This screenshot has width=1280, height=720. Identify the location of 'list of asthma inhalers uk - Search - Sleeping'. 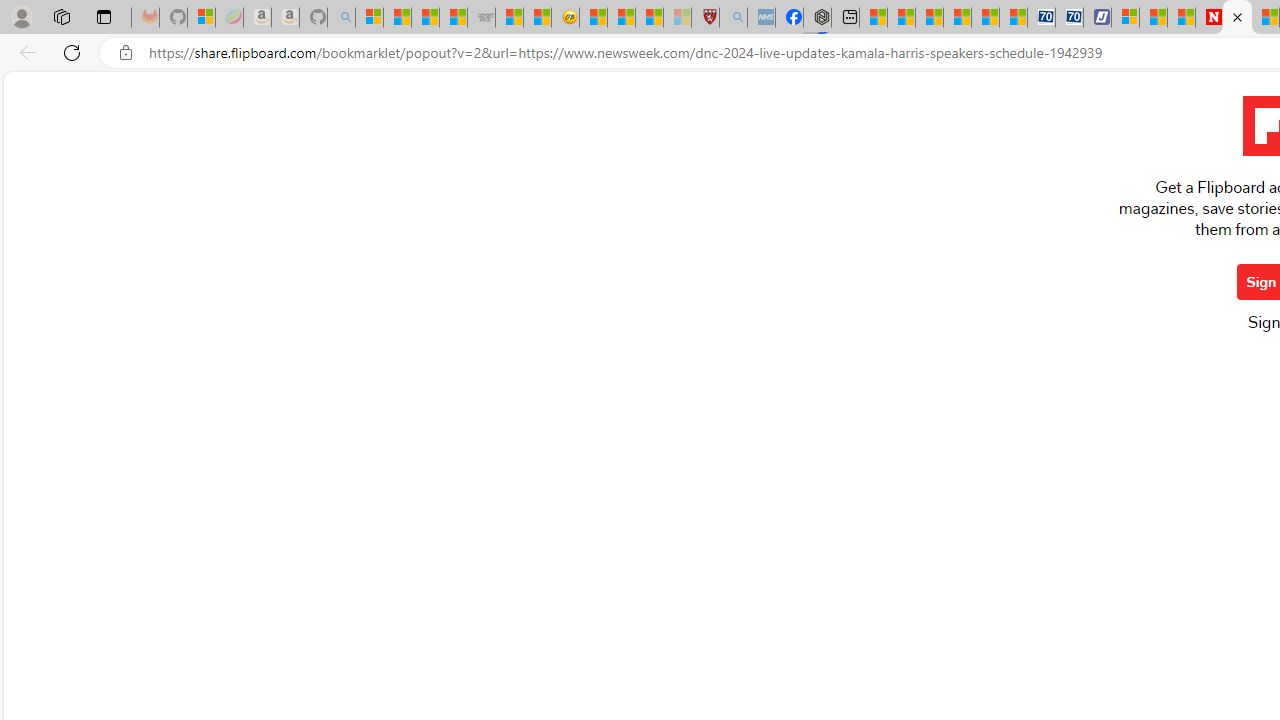
(732, 17).